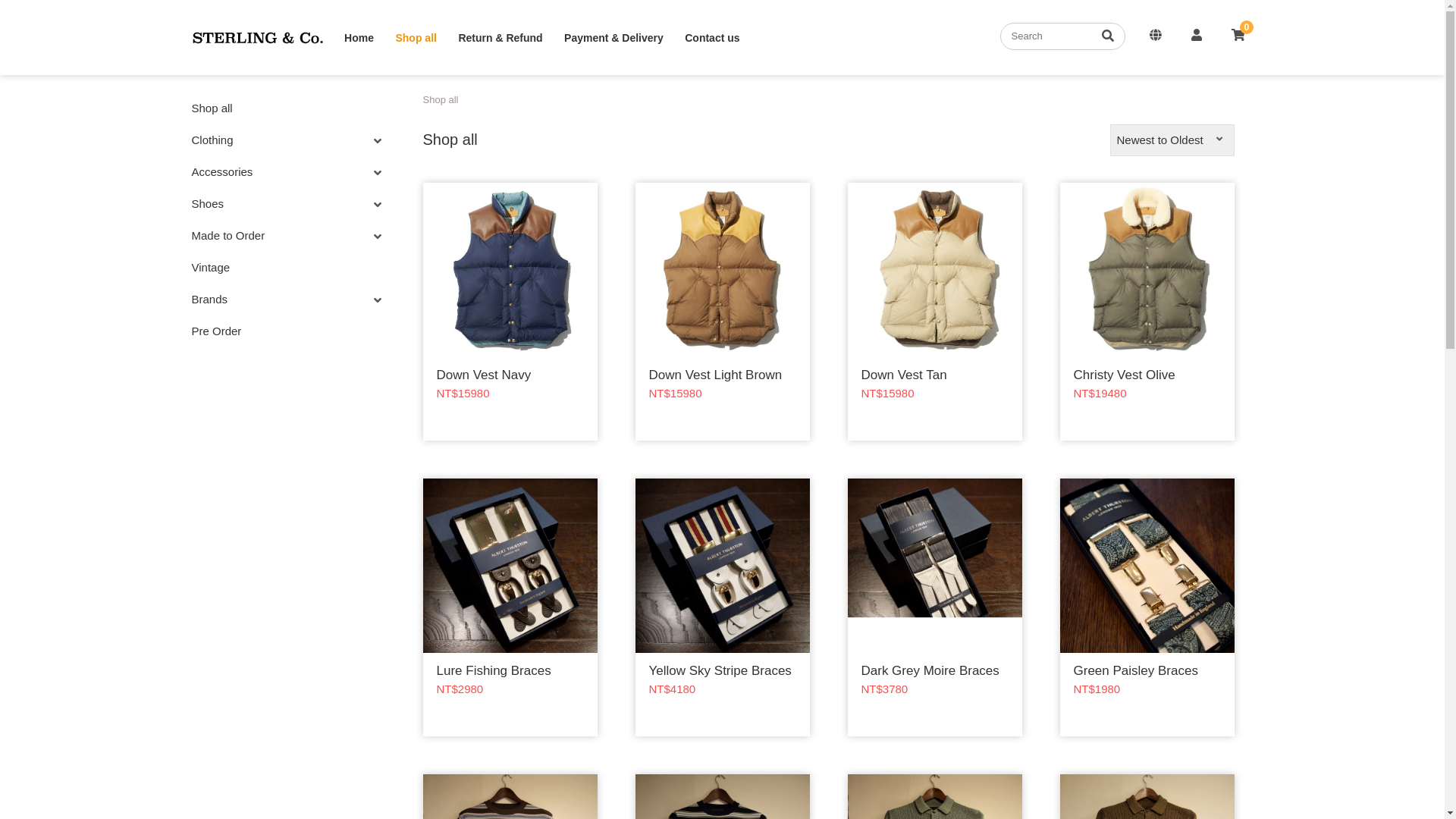  I want to click on 'Made to Order', so click(227, 235).